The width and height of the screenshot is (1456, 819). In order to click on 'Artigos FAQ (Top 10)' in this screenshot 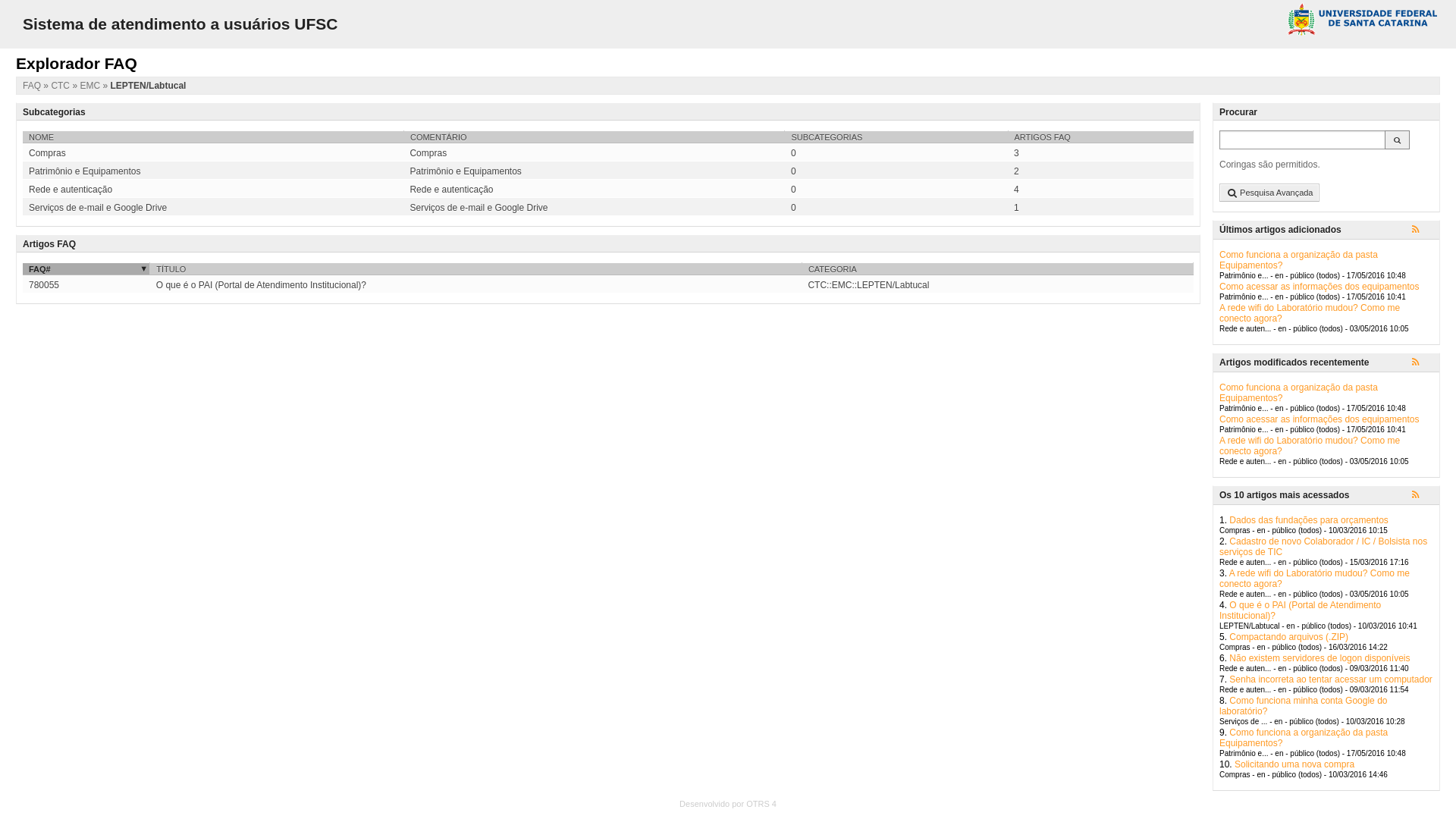, I will do `click(1422, 496)`.